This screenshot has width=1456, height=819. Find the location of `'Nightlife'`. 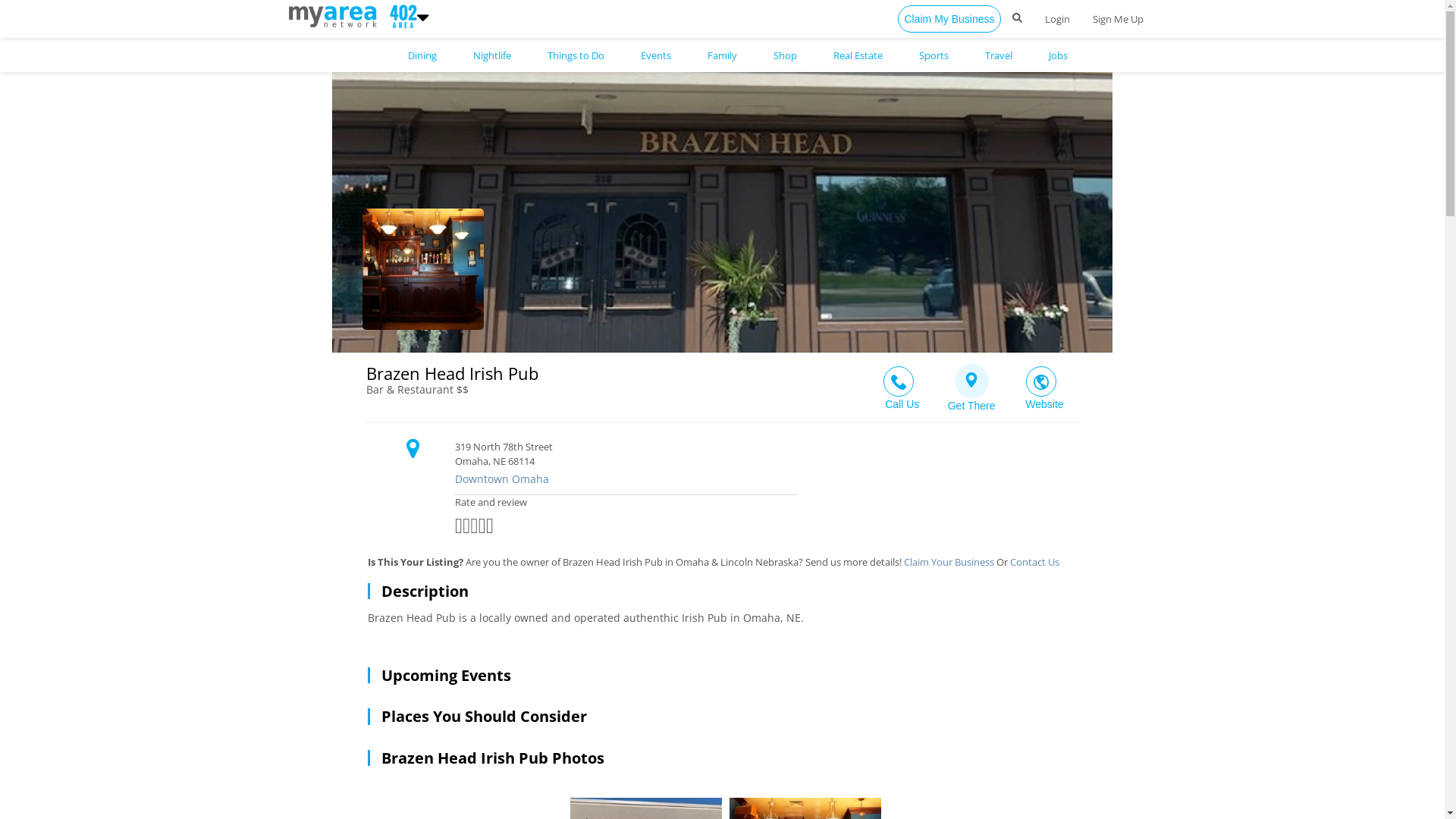

'Nightlife' is located at coordinates (491, 55).